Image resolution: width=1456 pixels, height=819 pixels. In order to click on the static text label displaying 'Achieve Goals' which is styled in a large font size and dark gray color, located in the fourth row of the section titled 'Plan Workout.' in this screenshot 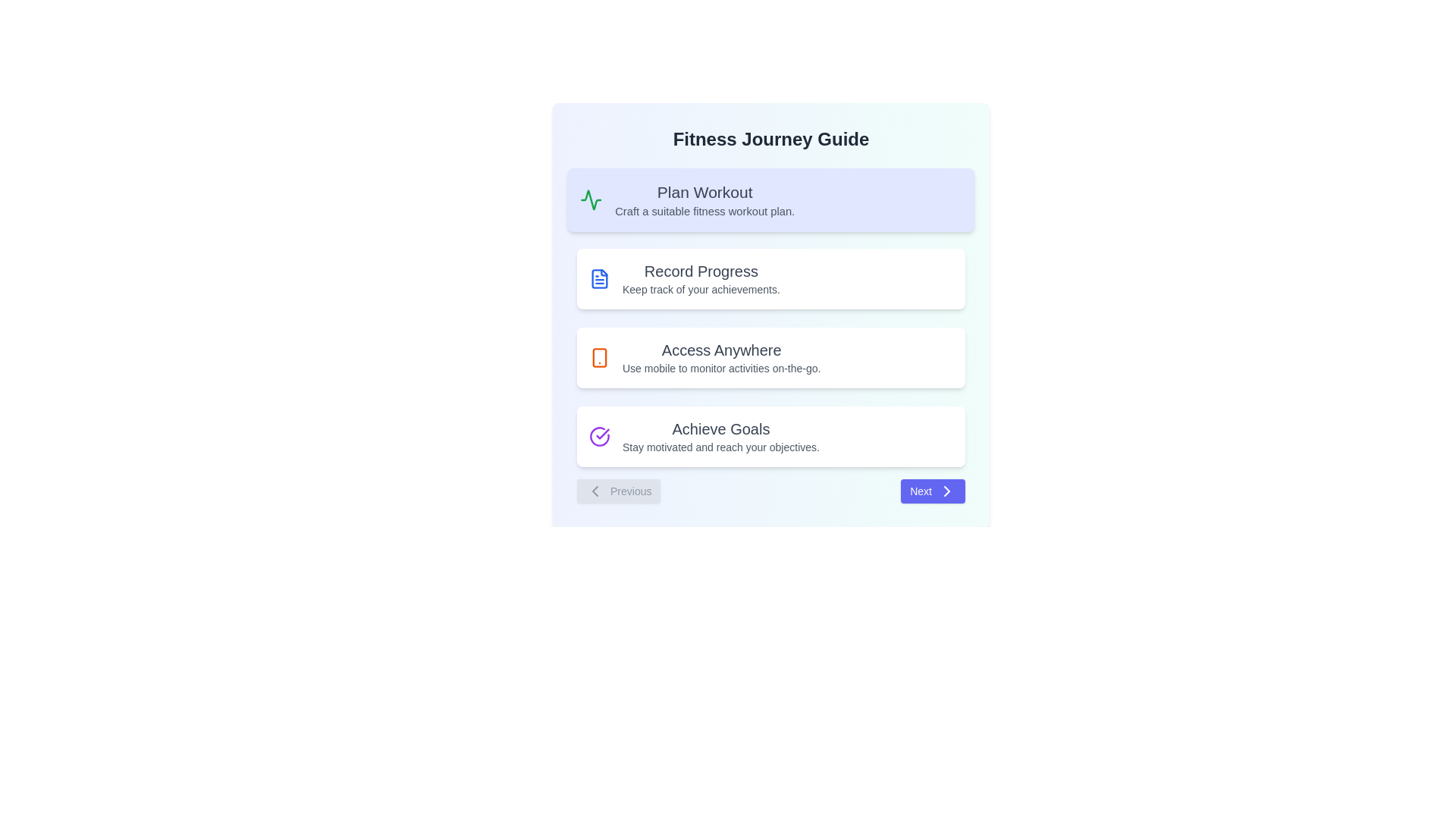, I will do `click(720, 429)`.